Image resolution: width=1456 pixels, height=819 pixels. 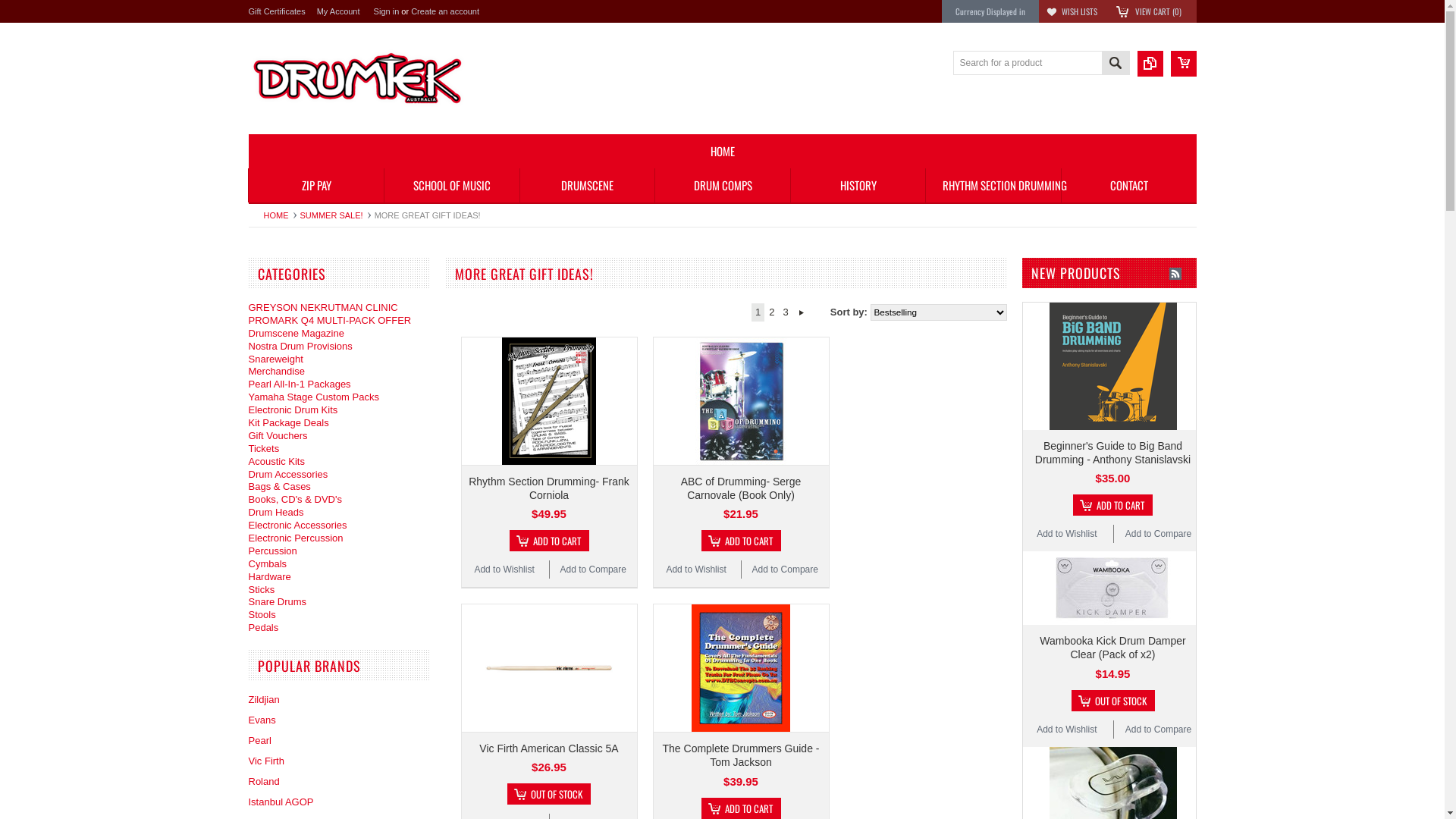 What do you see at coordinates (386, 11) in the screenshot?
I see `'Sign in'` at bounding box center [386, 11].